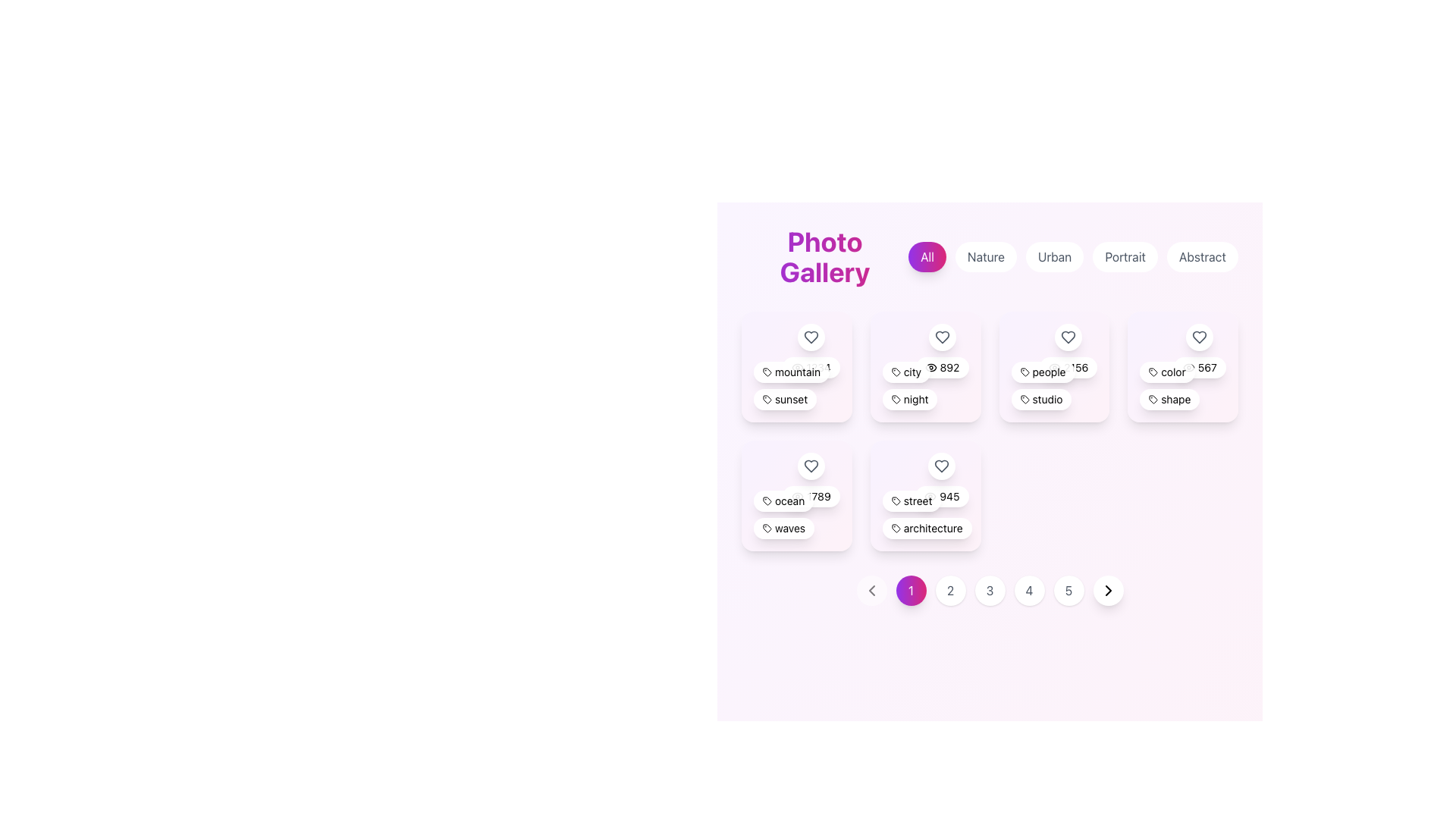  I want to click on the fourth pagination button in the Photo Gallery interface, so click(1029, 589).